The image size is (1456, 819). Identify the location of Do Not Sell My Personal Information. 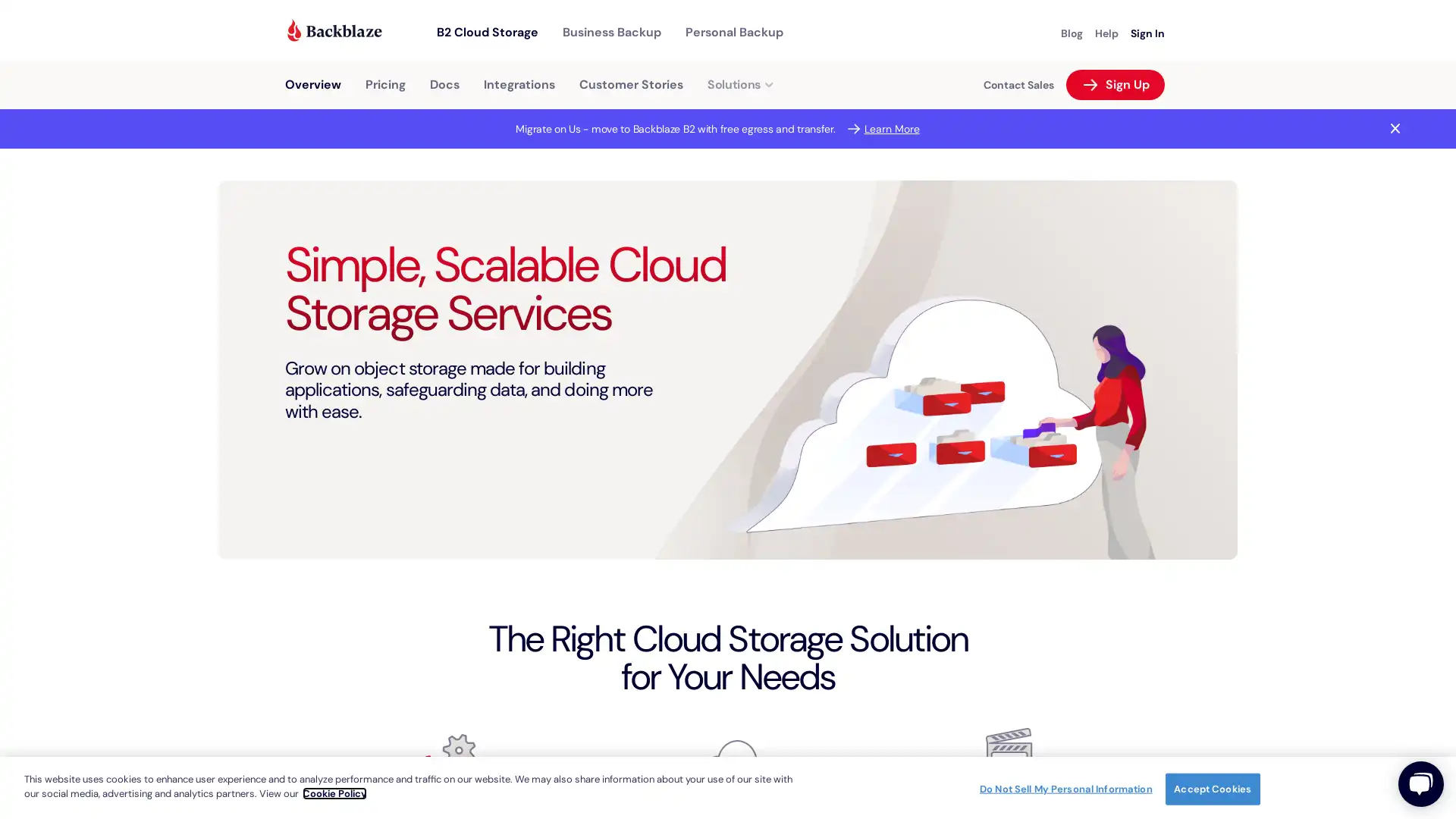
(1061, 788).